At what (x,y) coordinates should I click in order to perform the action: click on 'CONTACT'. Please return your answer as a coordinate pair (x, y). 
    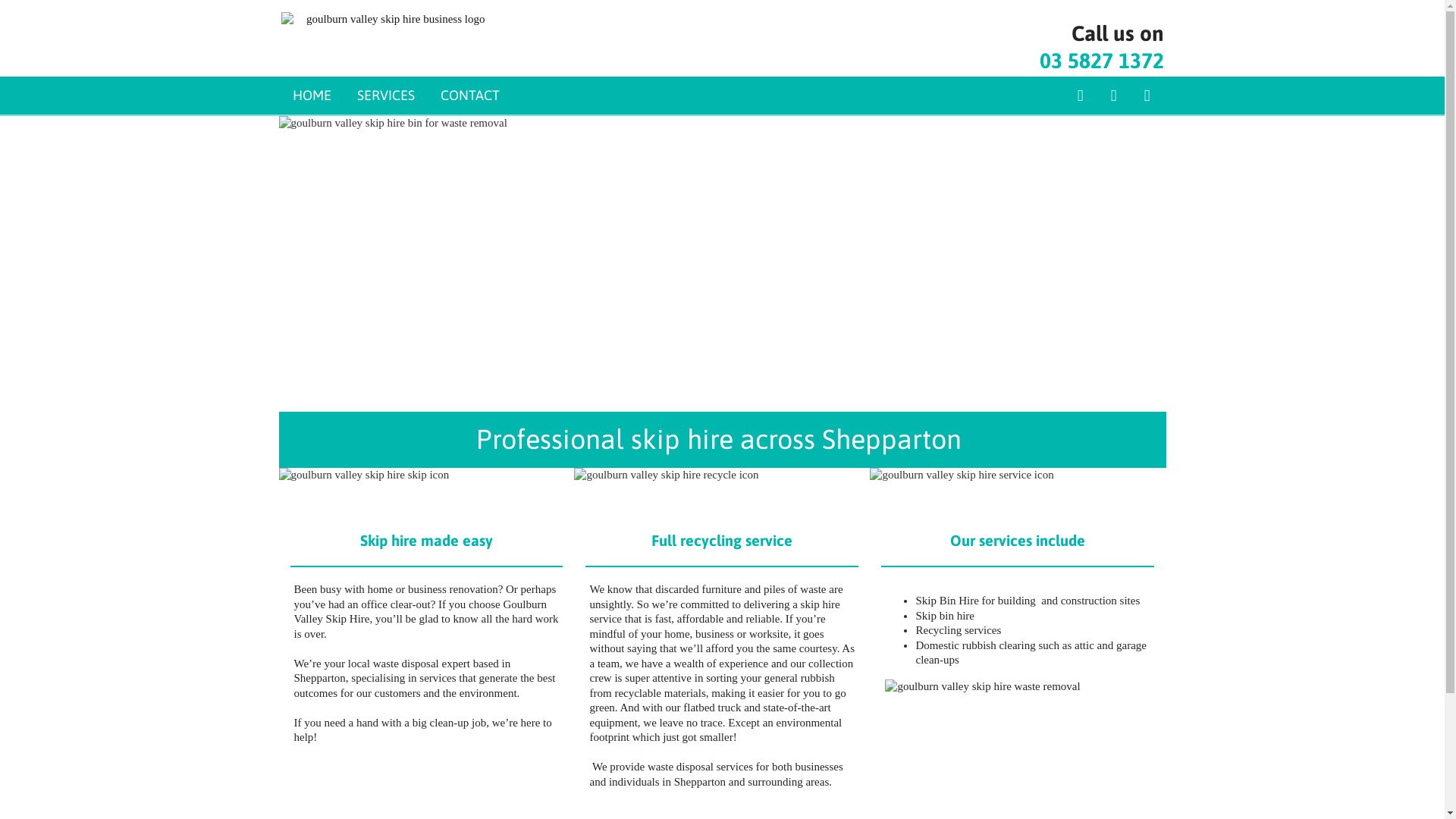
    Looking at the image, I should click on (469, 96).